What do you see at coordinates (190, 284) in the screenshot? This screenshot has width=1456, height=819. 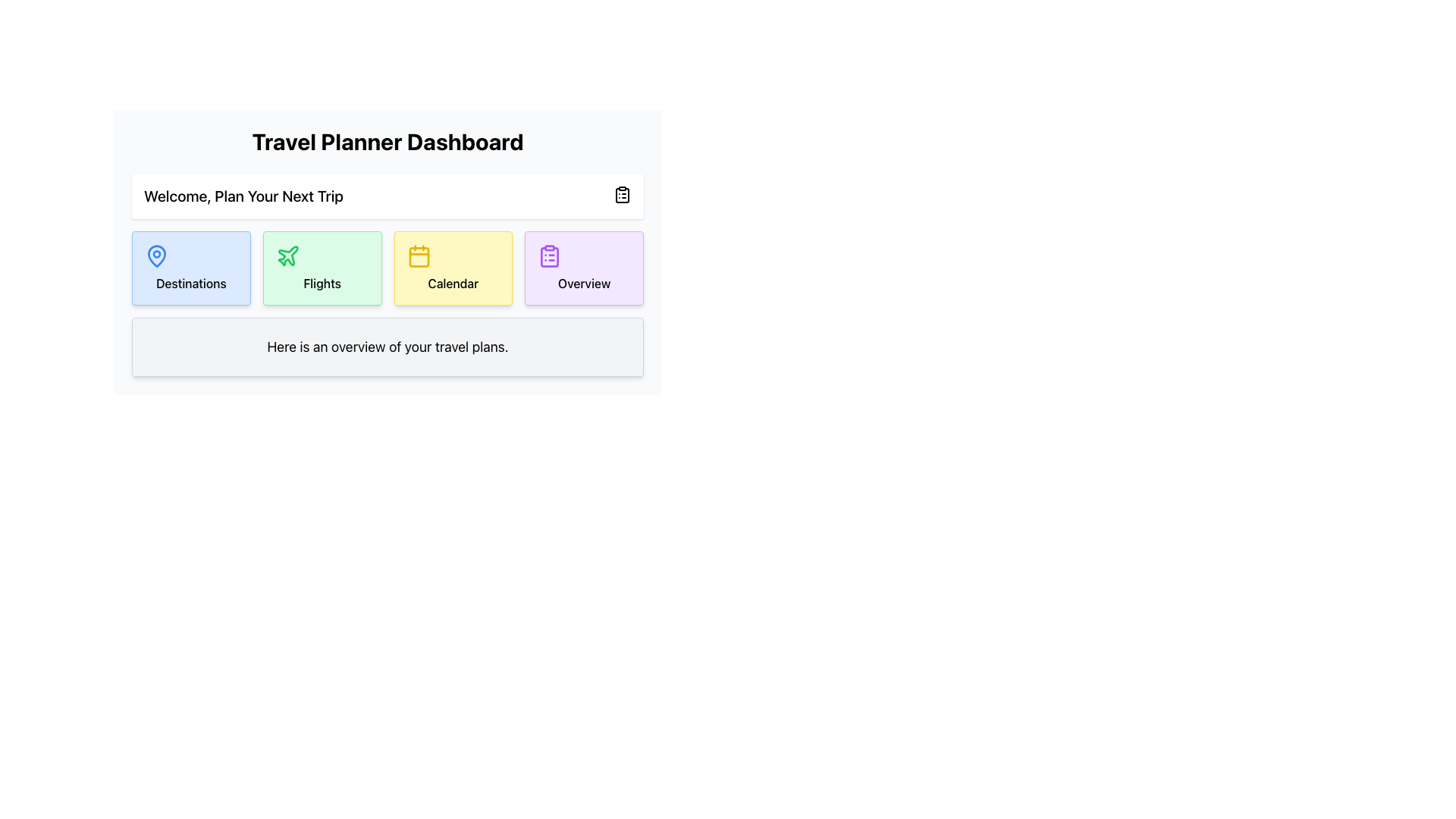 I see `the 'Destinations' text label located within a button-like card that has a light blue background and a blue location pin icon above it, positioned in the top-left of the grid layout` at bounding box center [190, 284].